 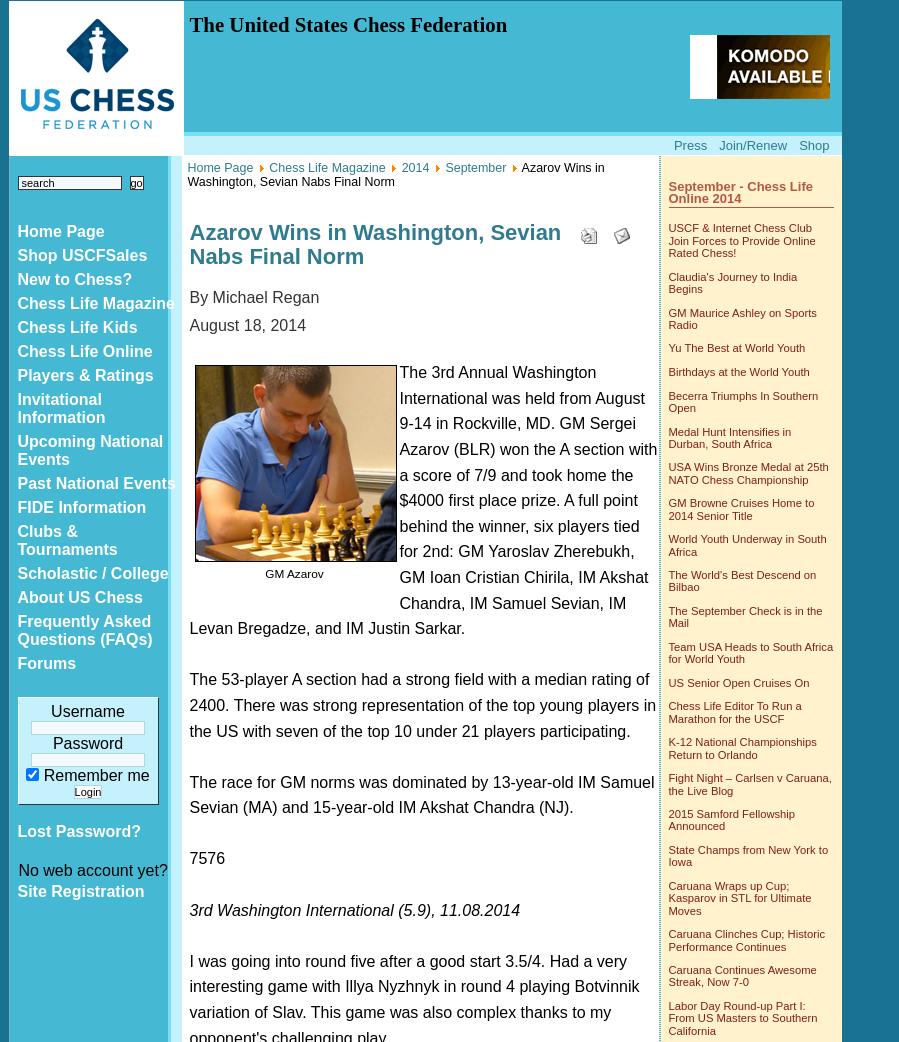 I want to click on 'Shop USCFSales', so click(x=80, y=254).